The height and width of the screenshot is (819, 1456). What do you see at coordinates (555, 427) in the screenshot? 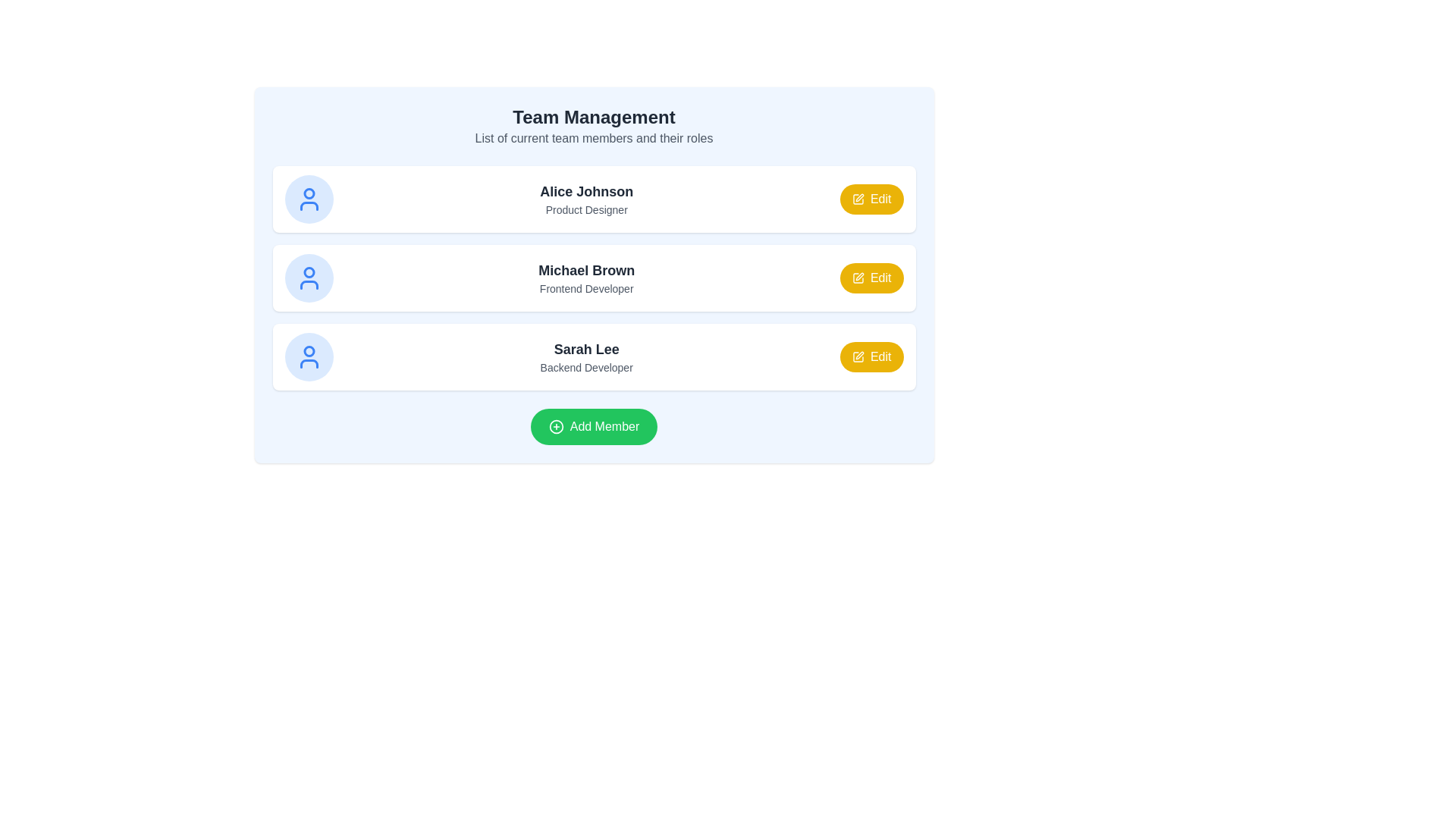
I see `the circular outline that is part of the 'Add Member' button at the bottom of the 'Team Management' panel` at bounding box center [555, 427].